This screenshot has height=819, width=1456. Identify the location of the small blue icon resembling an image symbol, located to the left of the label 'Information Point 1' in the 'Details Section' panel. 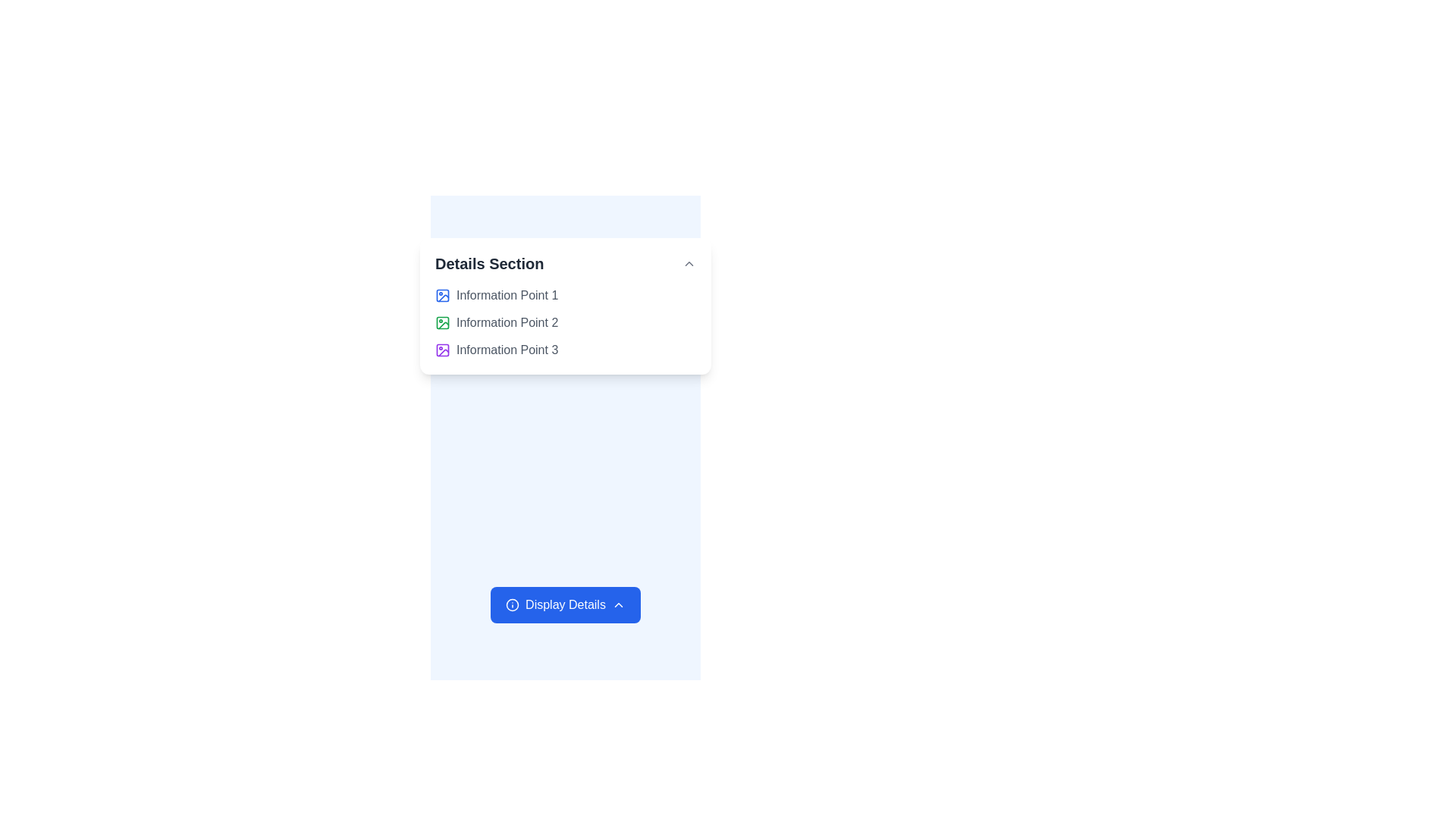
(442, 295).